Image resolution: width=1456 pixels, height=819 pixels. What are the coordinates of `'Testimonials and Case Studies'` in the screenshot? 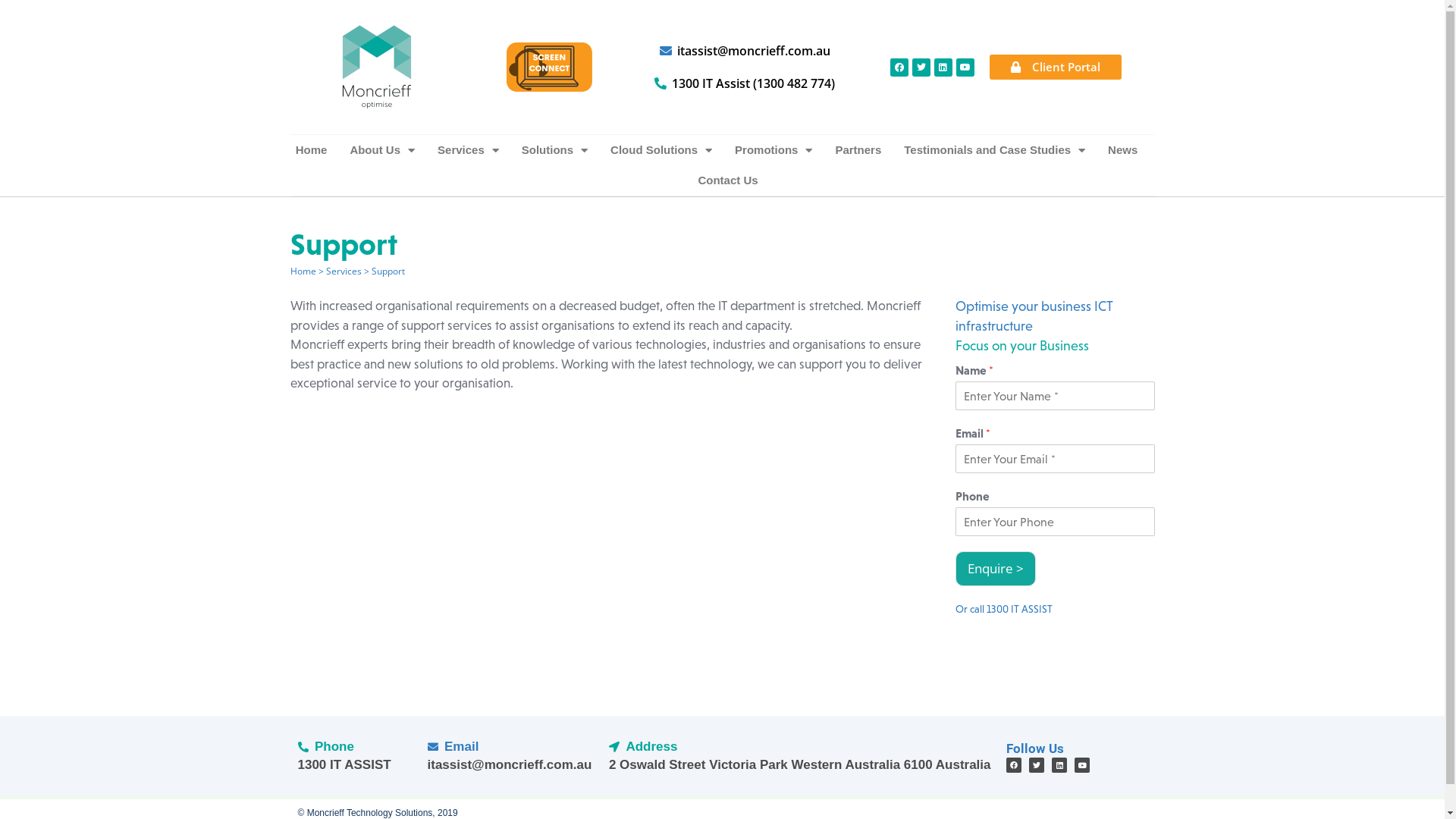 It's located at (994, 149).